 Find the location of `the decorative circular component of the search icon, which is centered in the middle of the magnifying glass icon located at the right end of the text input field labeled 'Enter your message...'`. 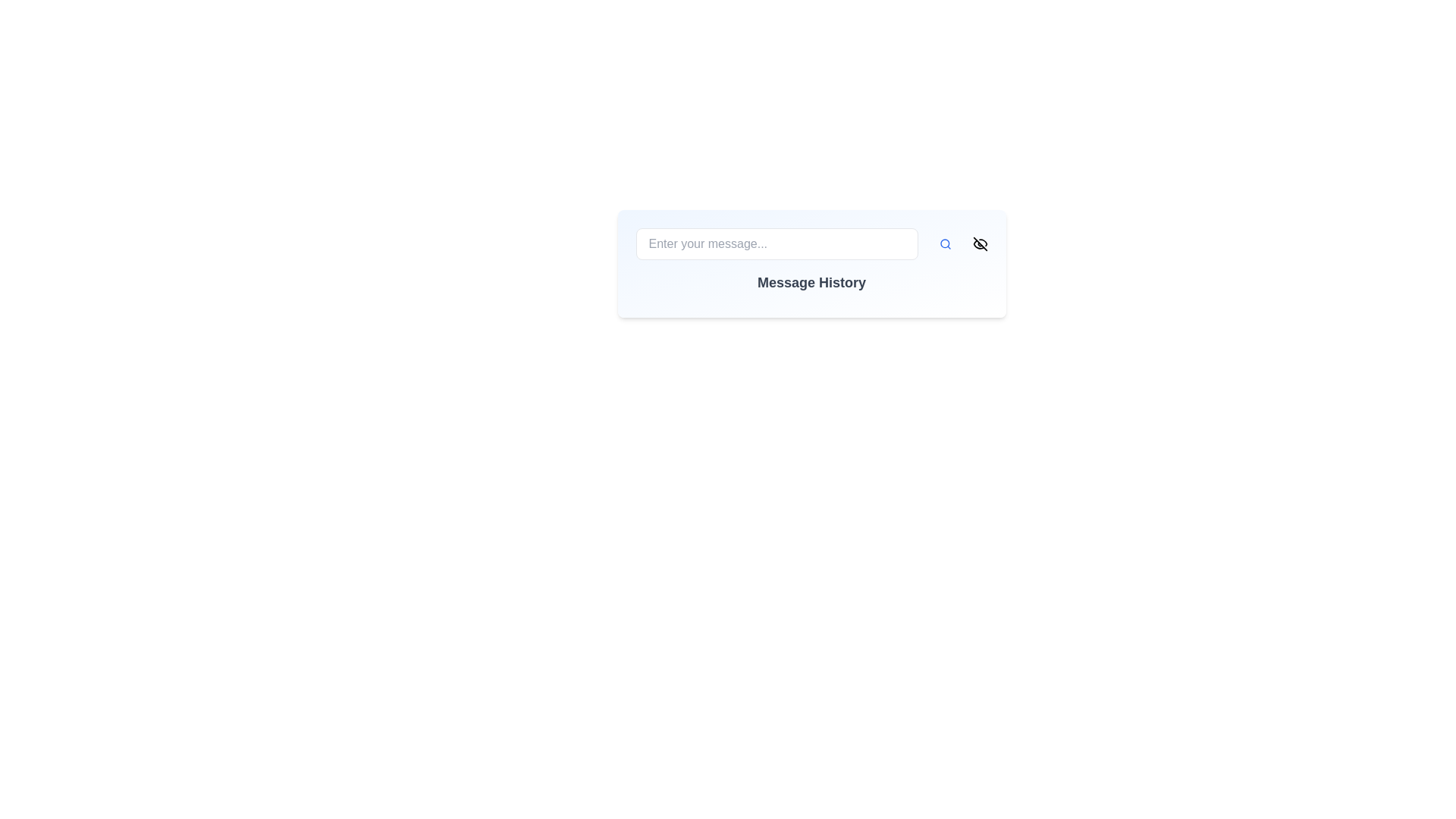

the decorative circular component of the search icon, which is centered in the middle of the magnifying glass icon located at the right end of the text input field labeled 'Enter your message...' is located at coordinates (943, 243).